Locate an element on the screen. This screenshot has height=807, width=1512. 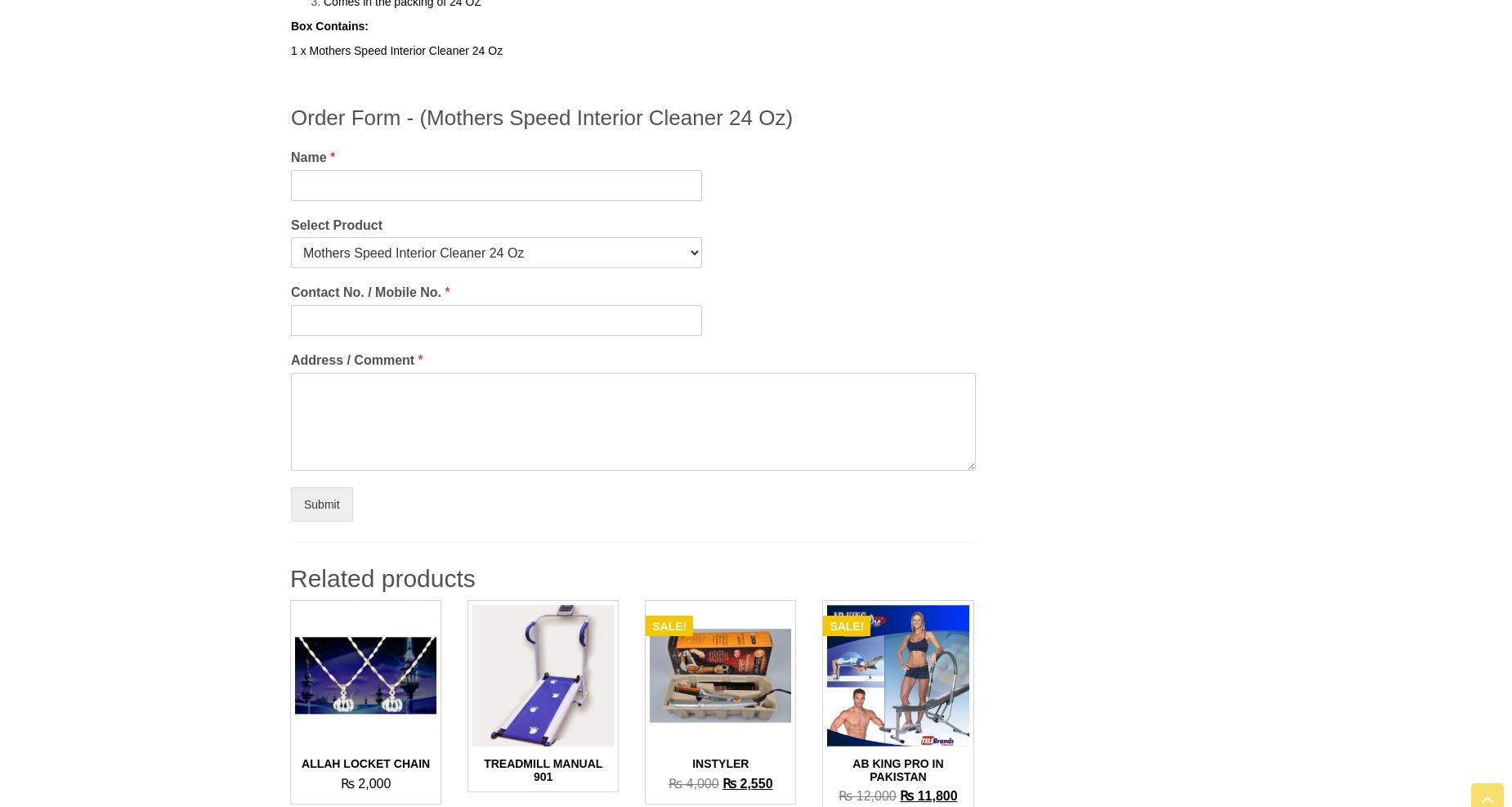
'11,800' is located at coordinates (934, 796).